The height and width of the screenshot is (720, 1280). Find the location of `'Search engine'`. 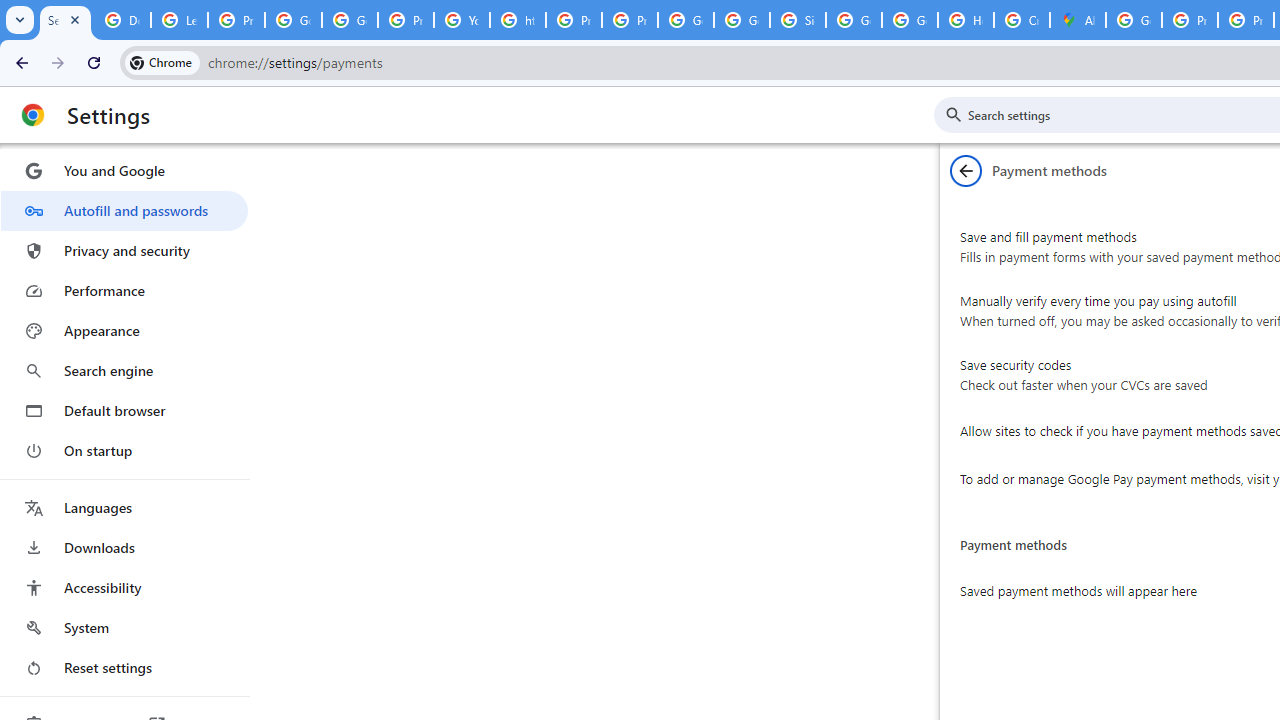

'Search engine' is located at coordinates (123, 371).